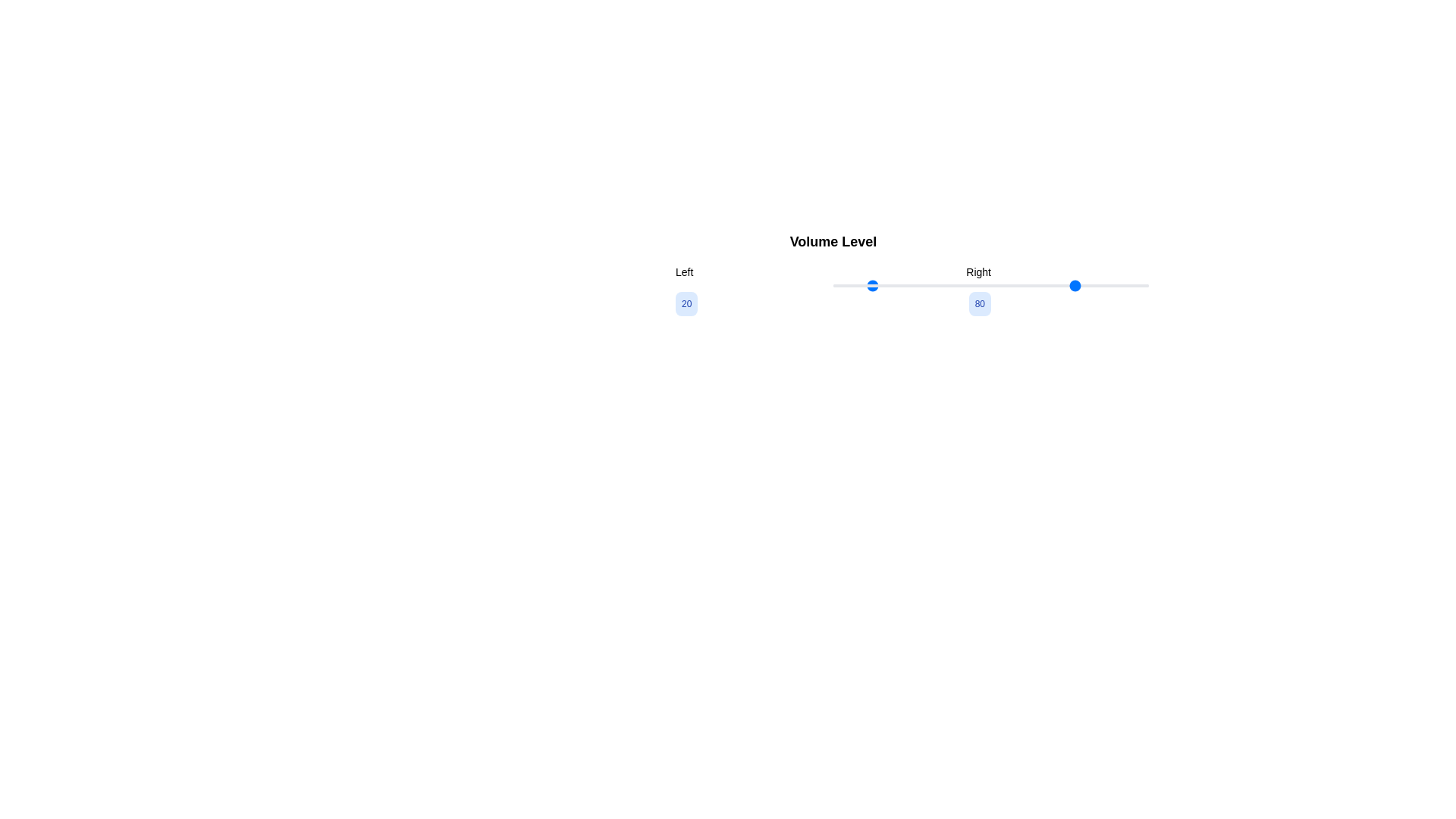 Image resolution: width=1456 pixels, height=819 pixels. I want to click on the text block displaying the numbers '20' and '80' which is centered below the slider in the 'Volume Level' section, so click(833, 304).